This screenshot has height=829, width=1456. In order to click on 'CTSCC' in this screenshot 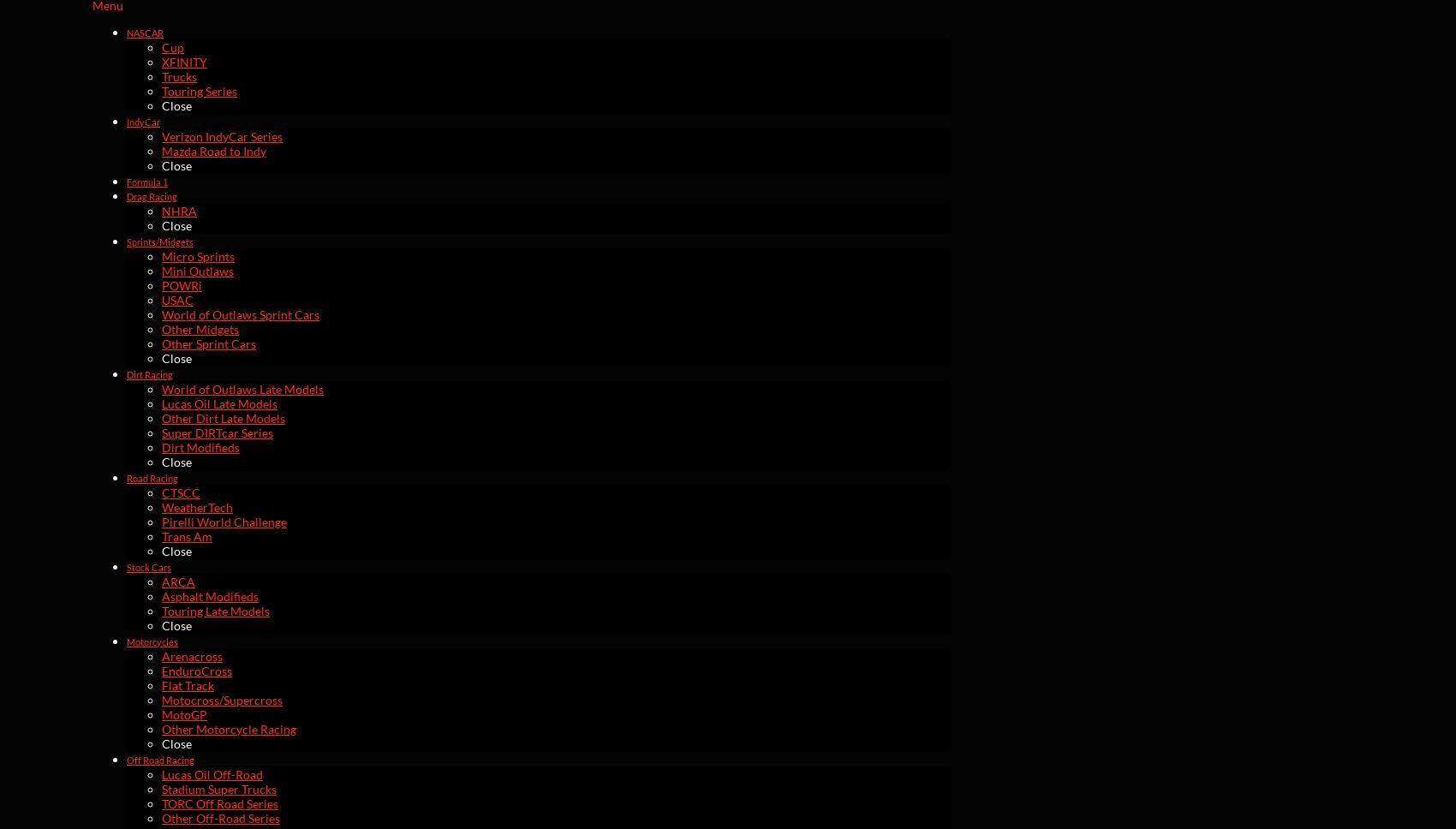, I will do `click(180, 492)`.